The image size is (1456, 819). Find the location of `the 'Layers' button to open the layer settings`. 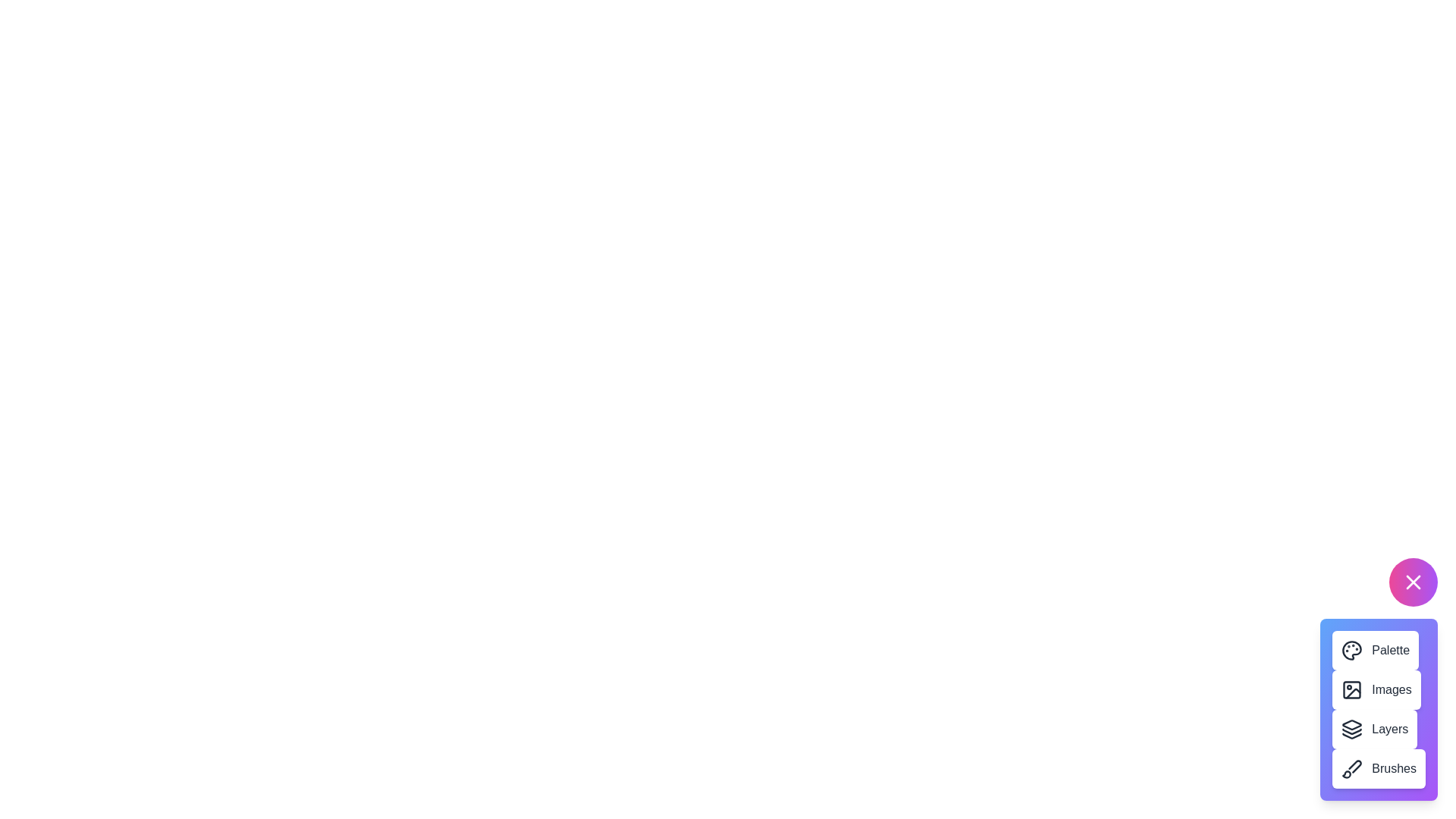

the 'Layers' button to open the layer settings is located at coordinates (1375, 728).